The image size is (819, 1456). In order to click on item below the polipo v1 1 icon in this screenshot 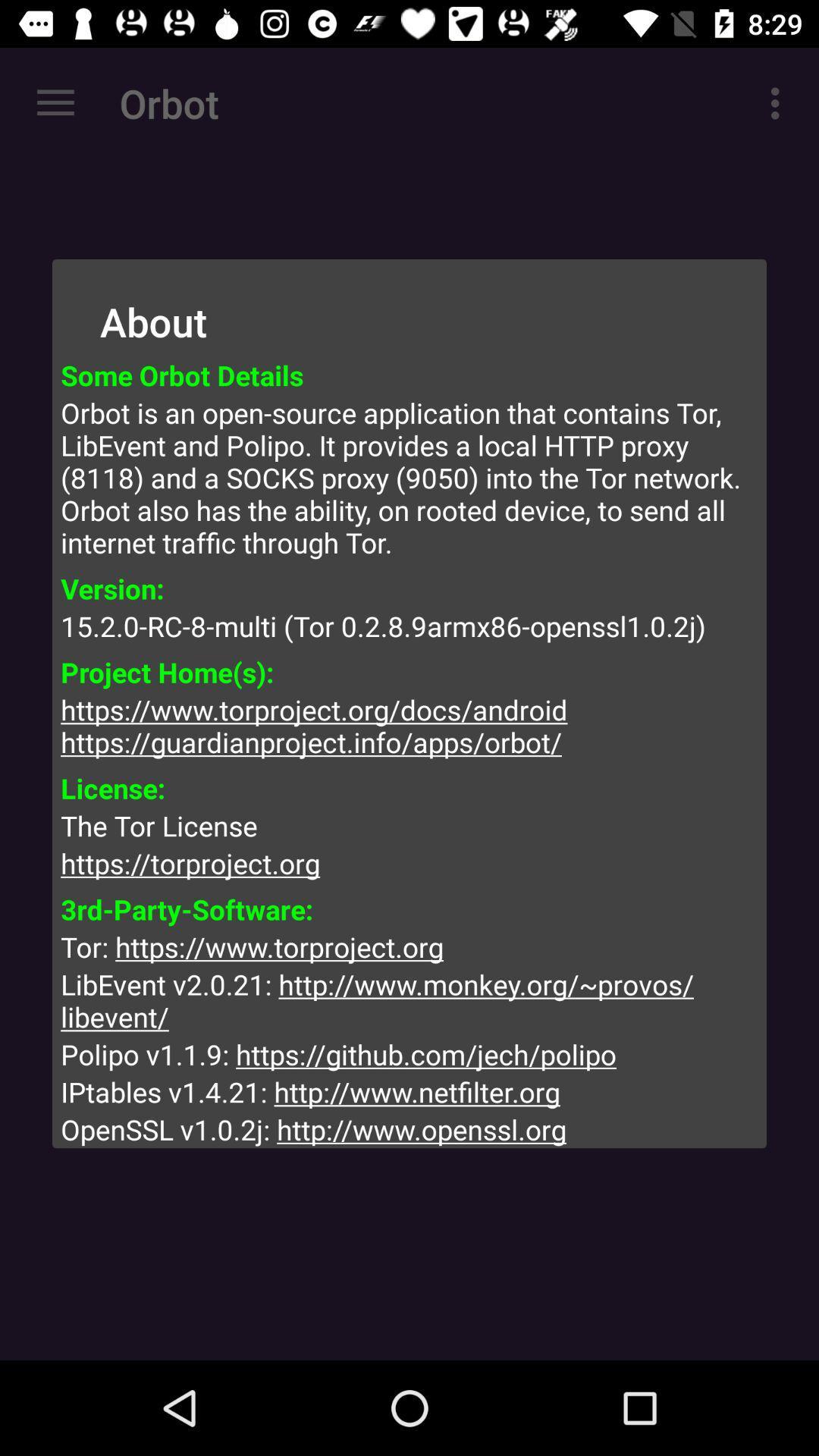, I will do `click(409, 1092)`.